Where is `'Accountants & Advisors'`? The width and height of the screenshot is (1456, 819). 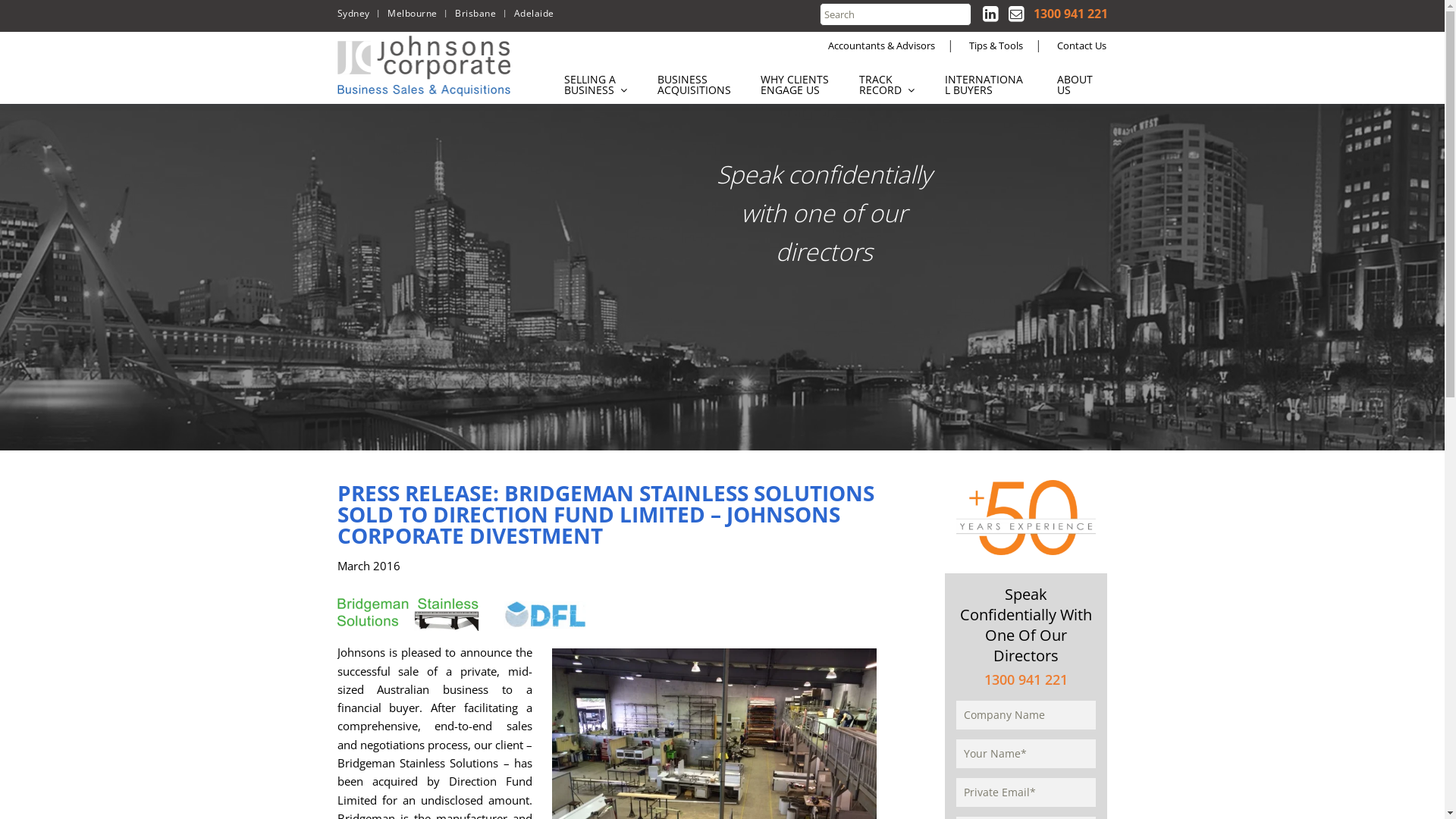
'Accountants & Advisors' is located at coordinates (881, 45).